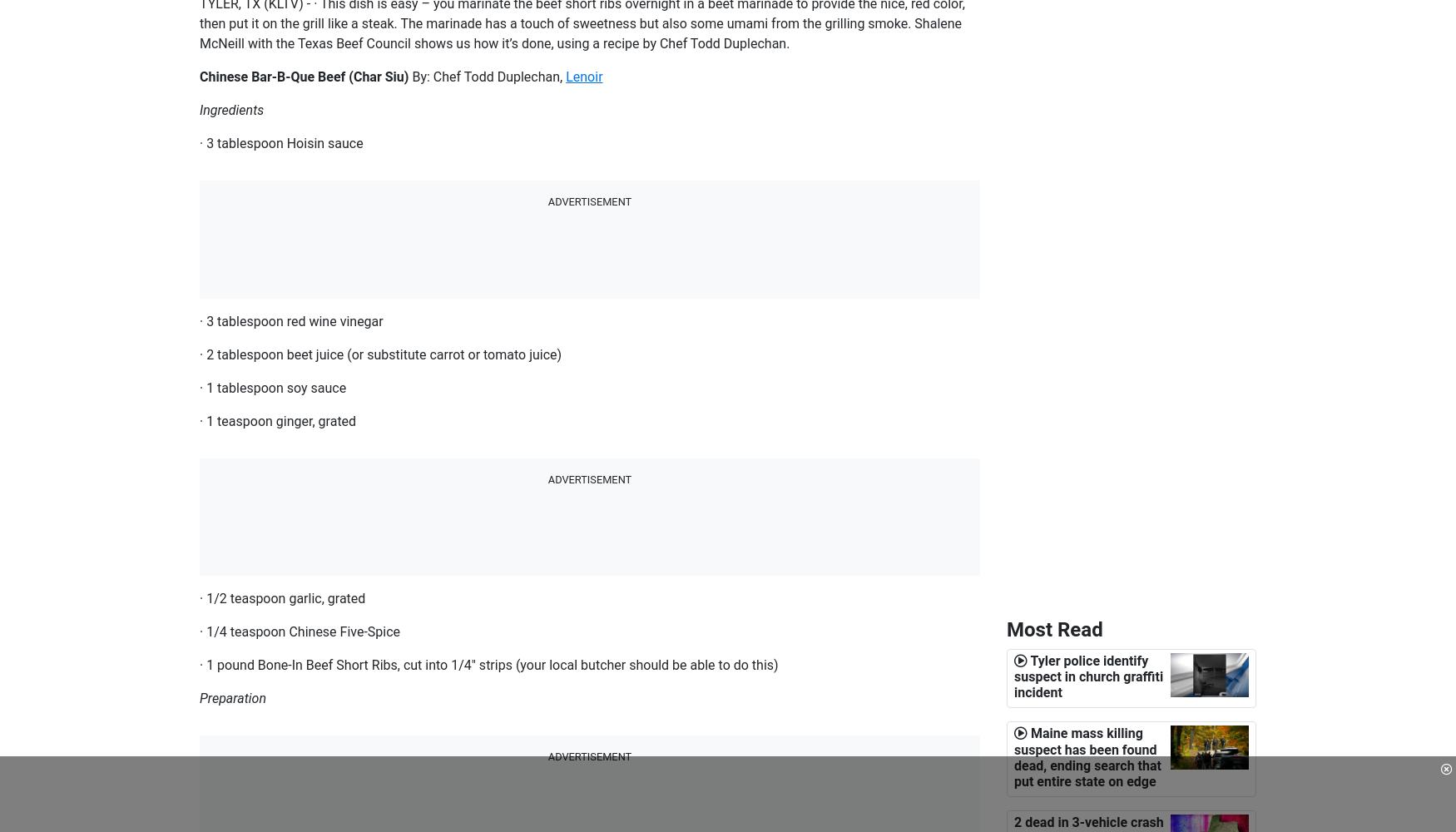 This screenshot has height=832, width=1456. Describe the element at coordinates (280, 143) in the screenshot. I see `'· 3 tablespoon Hoisin sauce'` at that location.